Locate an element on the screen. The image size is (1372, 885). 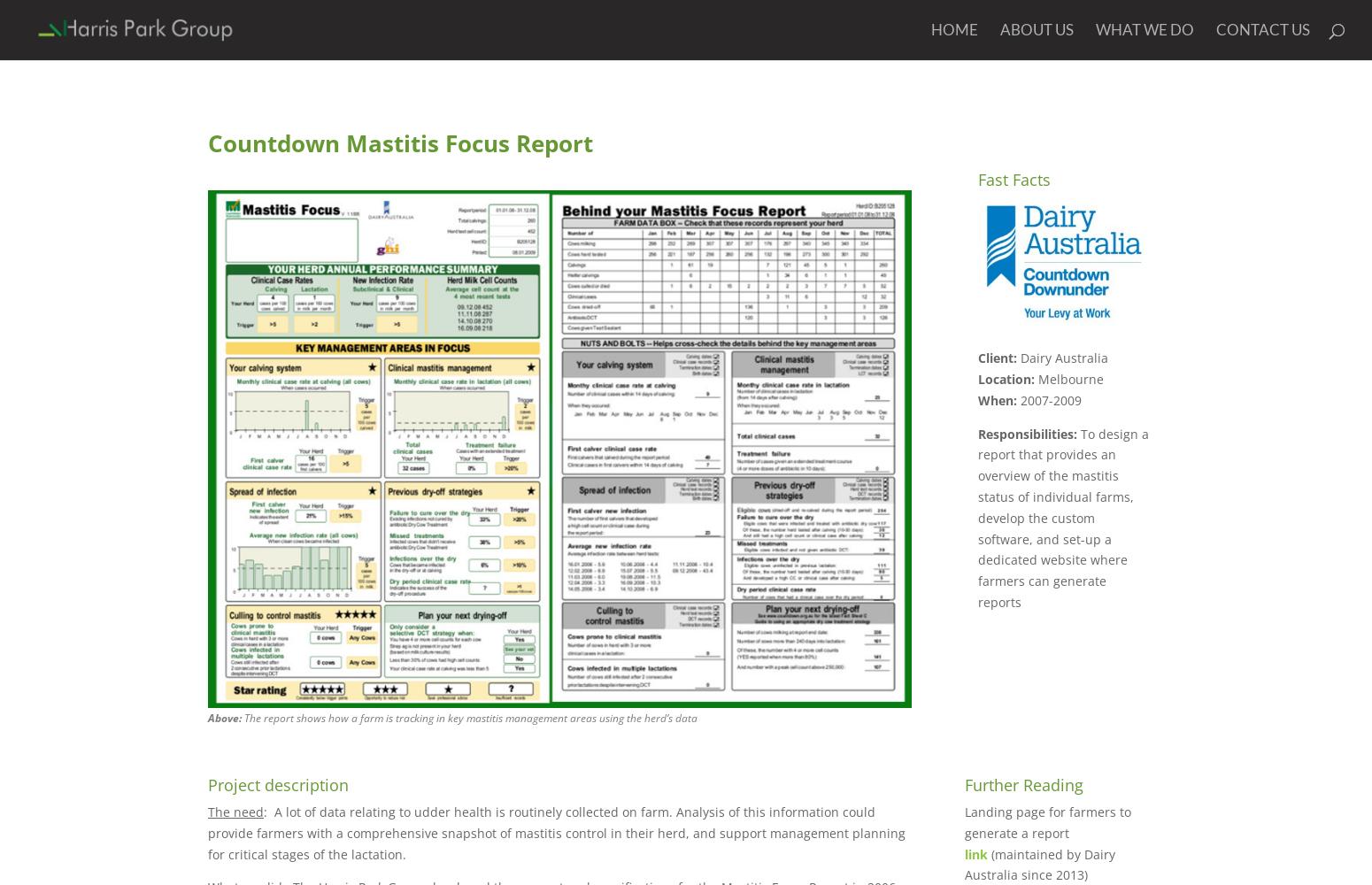
'What we do' is located at coordinates (1095, 29).